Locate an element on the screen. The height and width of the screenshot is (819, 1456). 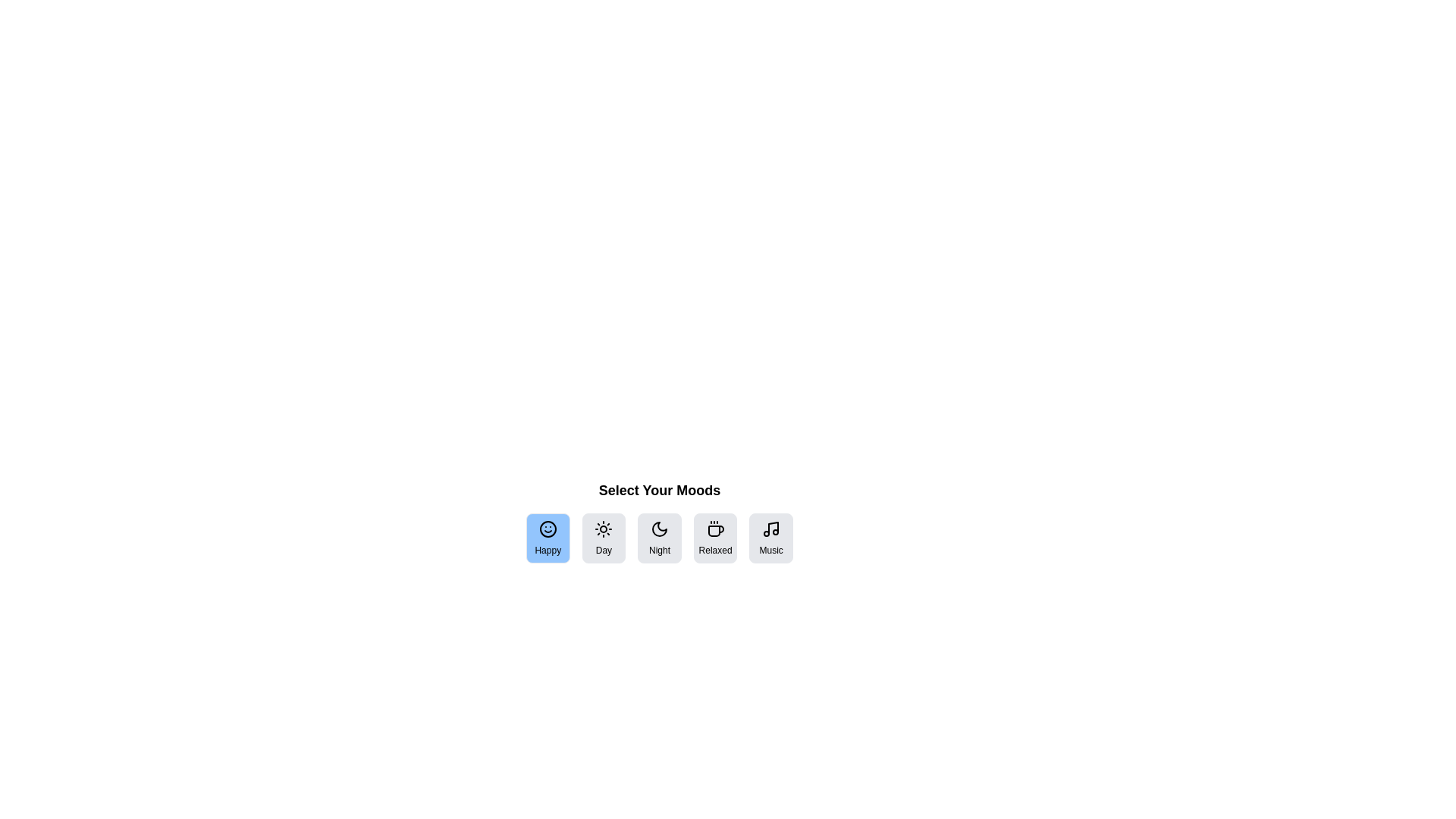
the 'Happy' text label, which is styled in a small font and located below a smiley face icon in a light blue rounded rectangular section is located at coordinates (547, 550).